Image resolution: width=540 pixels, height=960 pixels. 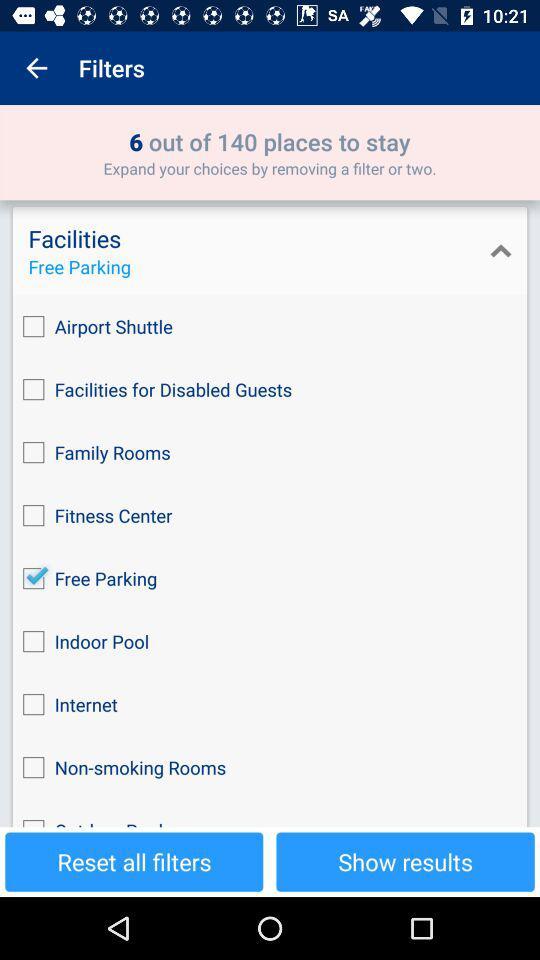 I want to click on checkbox above the non-smoking rooms item, so click(x=270, y=704).